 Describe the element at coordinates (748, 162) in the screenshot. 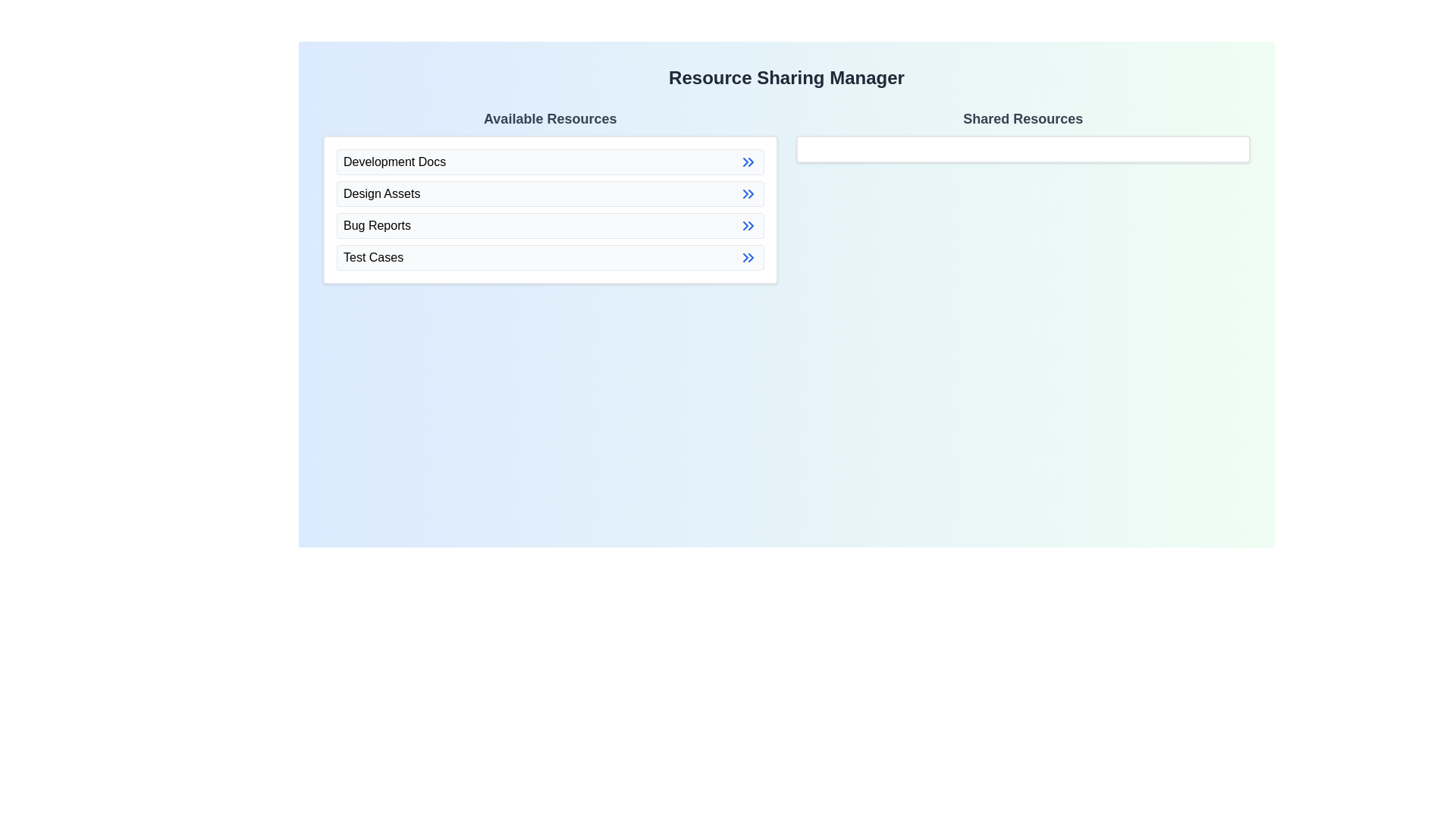

I see `transfer button next to the resource Development Docs to move it to 'Shared Resources'` at that location.